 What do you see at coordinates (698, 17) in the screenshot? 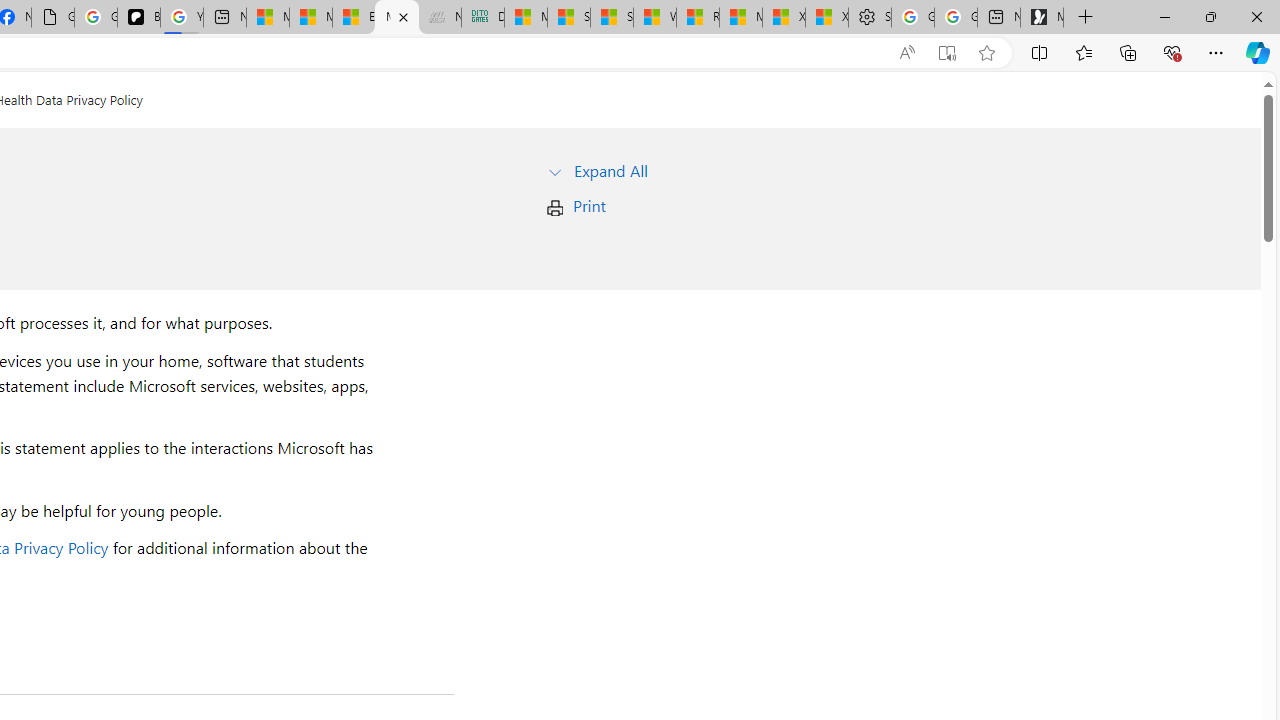
I see `'R******* | Trusted Community Engagement and Contributions'` at bounding box center [698, 17].